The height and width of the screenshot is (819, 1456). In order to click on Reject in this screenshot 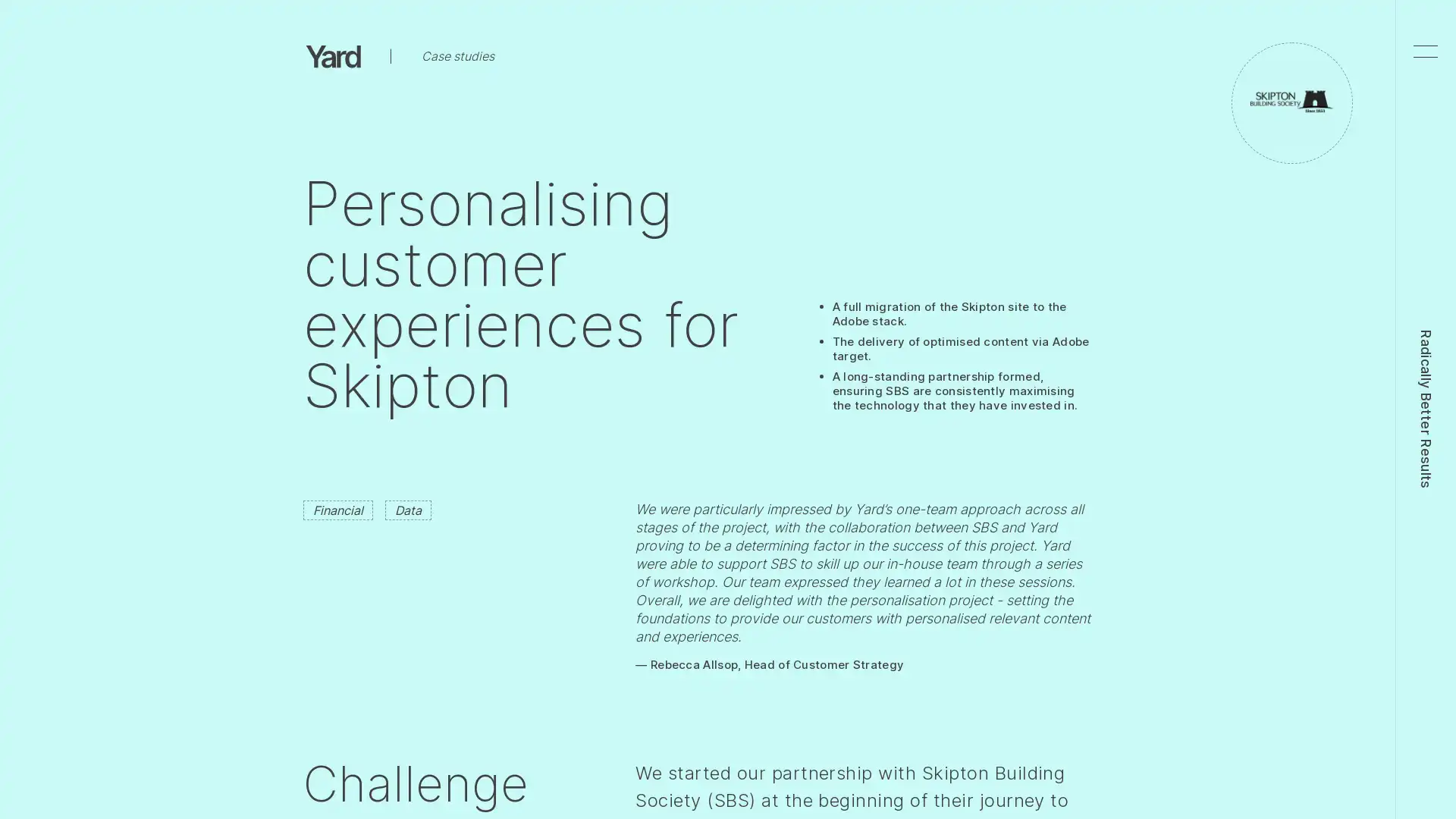, I will do `click(977, 35)`.